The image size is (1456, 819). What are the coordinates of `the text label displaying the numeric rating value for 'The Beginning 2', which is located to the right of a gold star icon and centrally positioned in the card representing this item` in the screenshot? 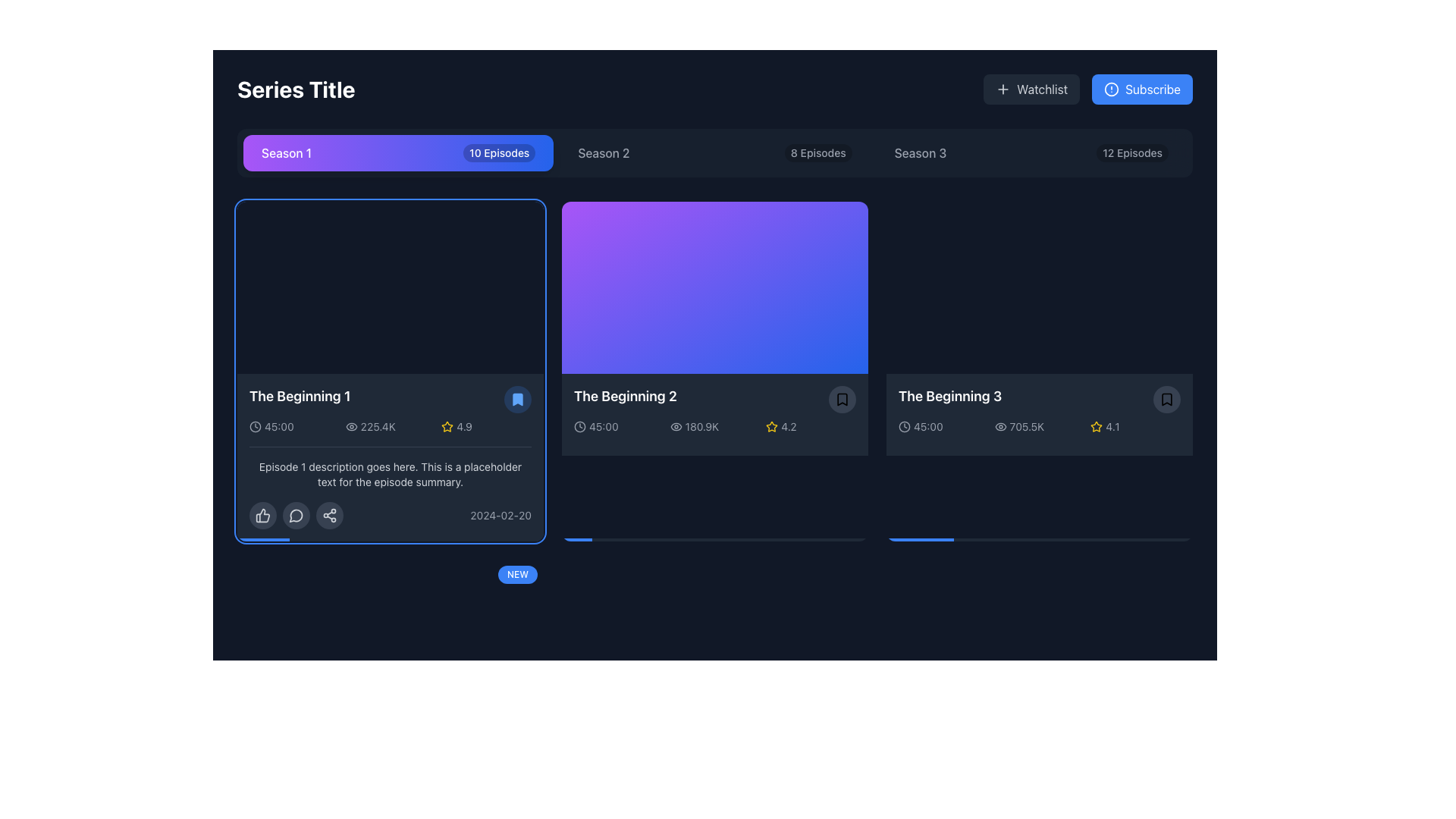 It's located at (789, 427).